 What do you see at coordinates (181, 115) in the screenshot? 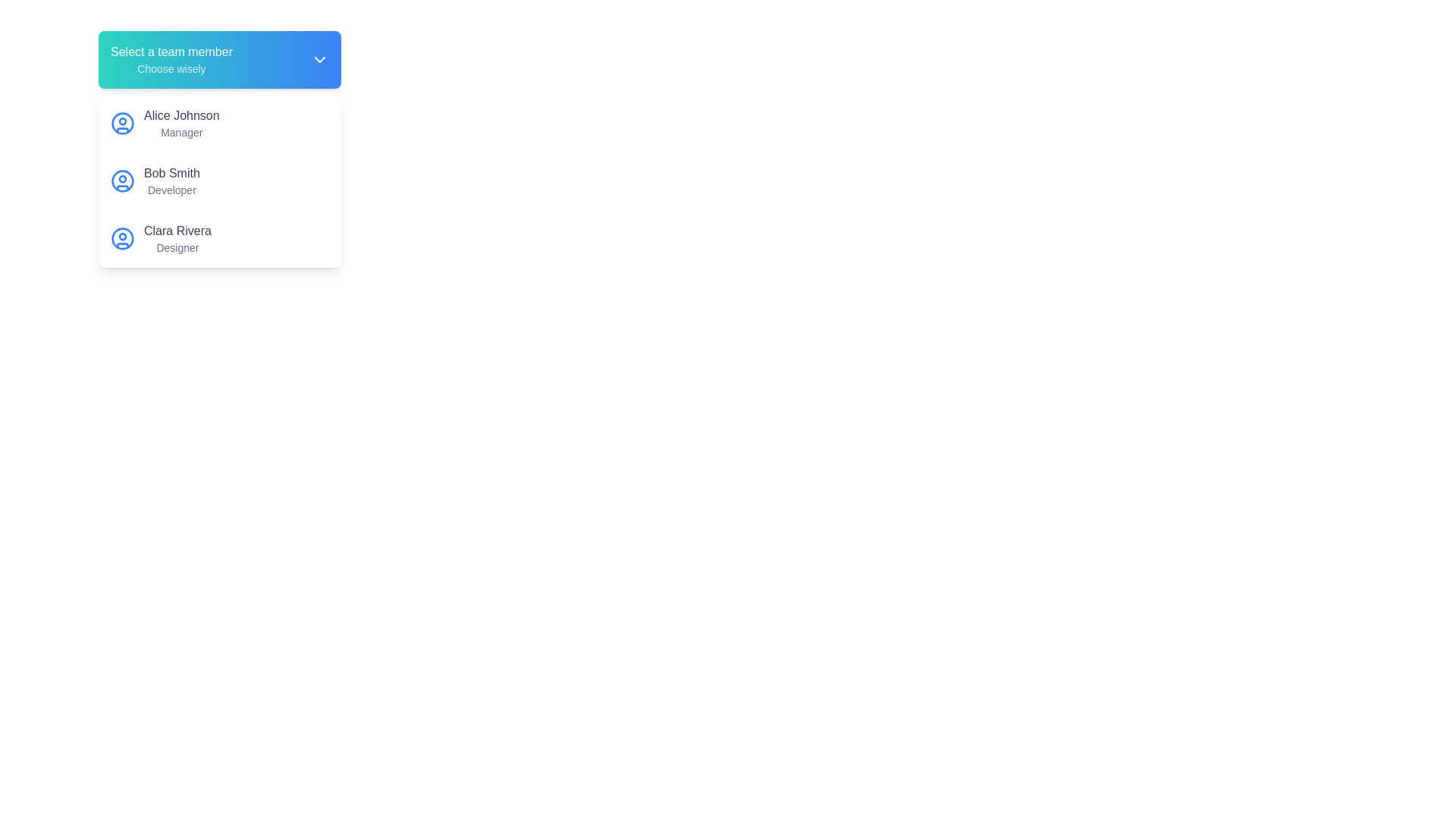
I see `the 'Alice Johnson' text label` at bounding box center [181, 115].